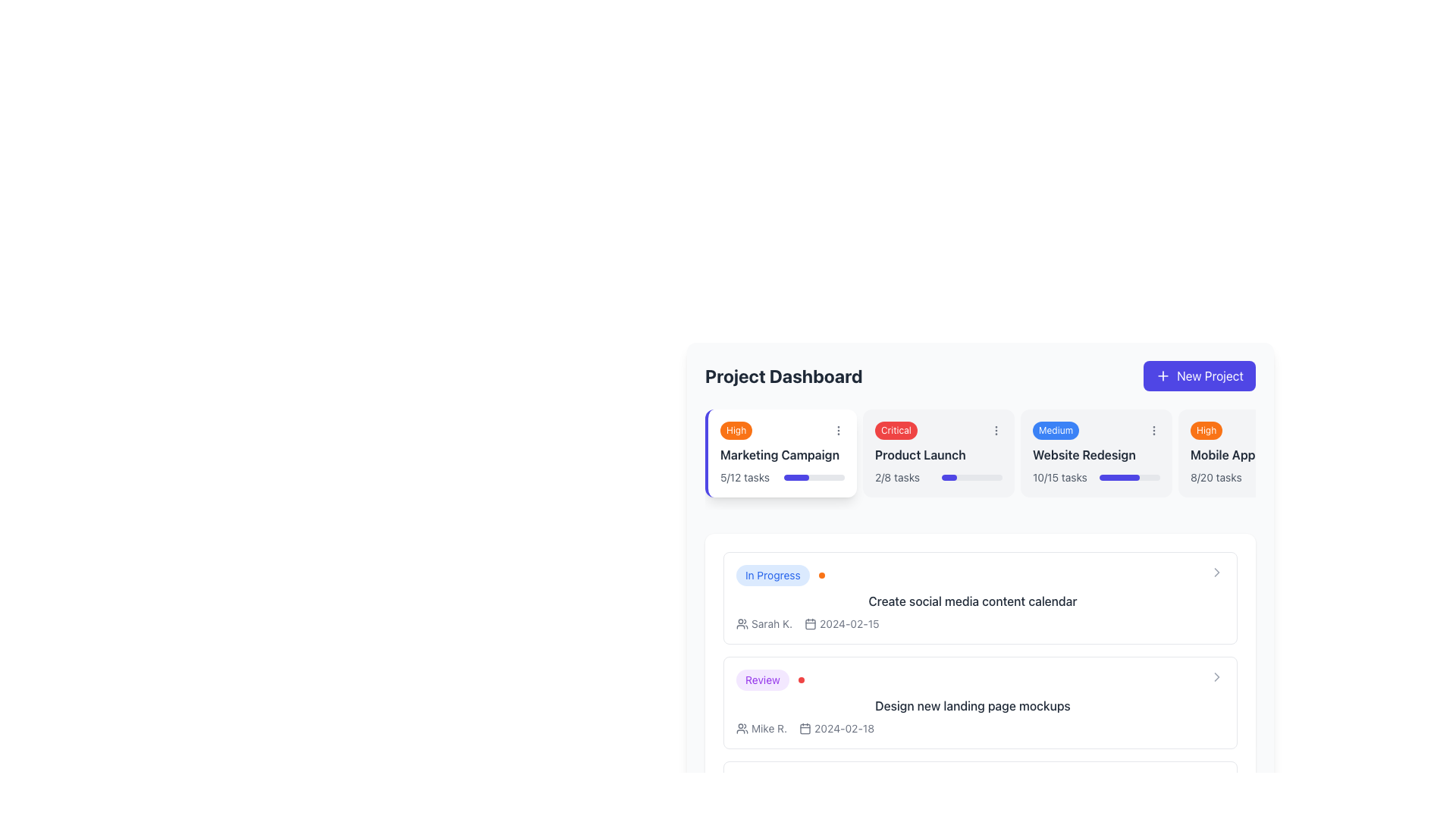 This screenshot has height=819, width=1456. Describe the element at coordinates (783, 476) in the screenshot. I see `the Progress indicator displaying '5/12 tasks' within the 'Marketing Campaign' card block` at that location.